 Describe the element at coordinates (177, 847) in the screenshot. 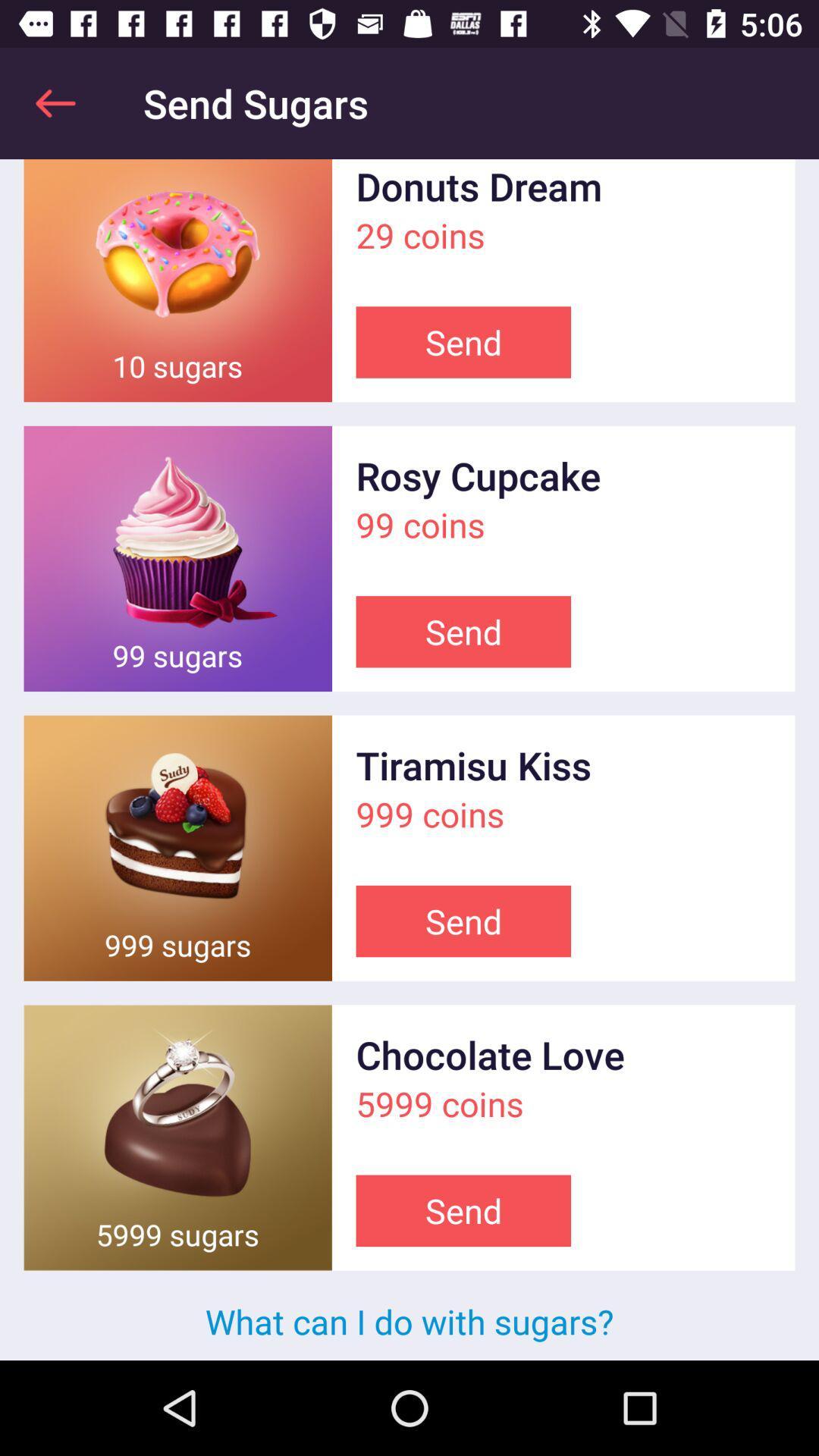

I see `open picture` at that location.